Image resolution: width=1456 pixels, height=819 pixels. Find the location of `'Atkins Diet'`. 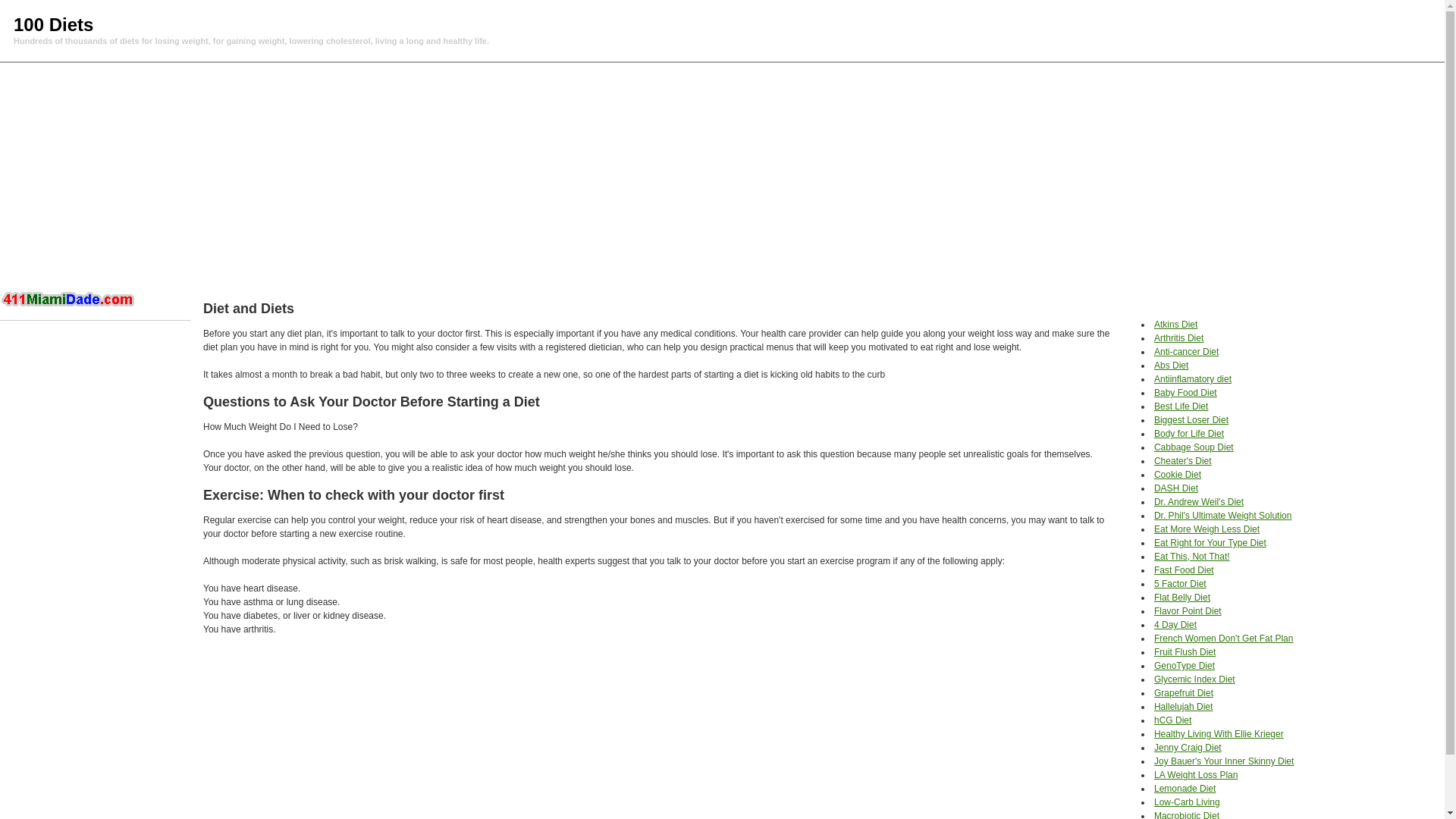

'Atkins Diet' is located at coordinates (1175, 324).